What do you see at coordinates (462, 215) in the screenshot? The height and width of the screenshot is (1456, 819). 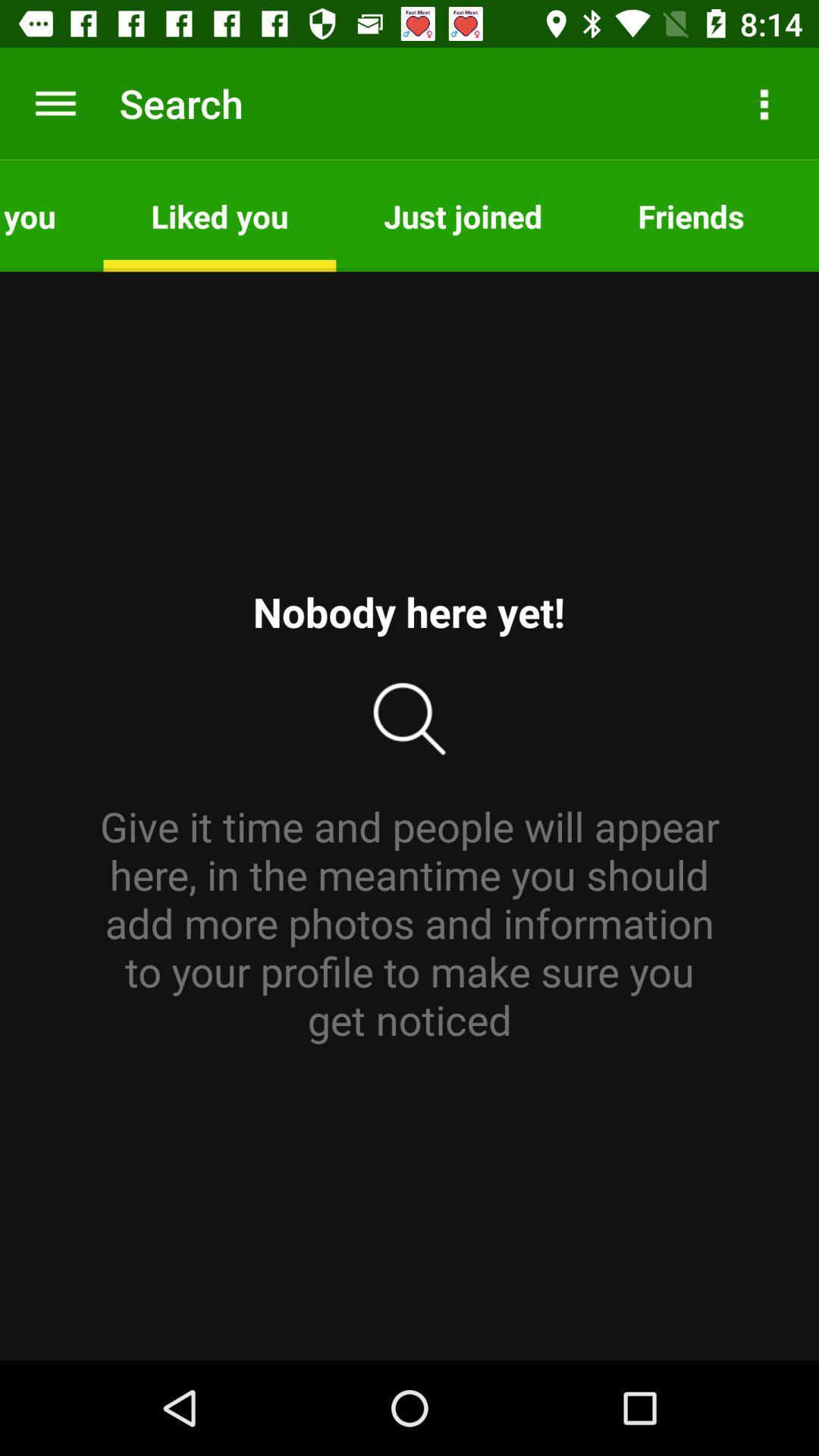 I see `item to the right of liked you item` at bounding box center [462, 215].